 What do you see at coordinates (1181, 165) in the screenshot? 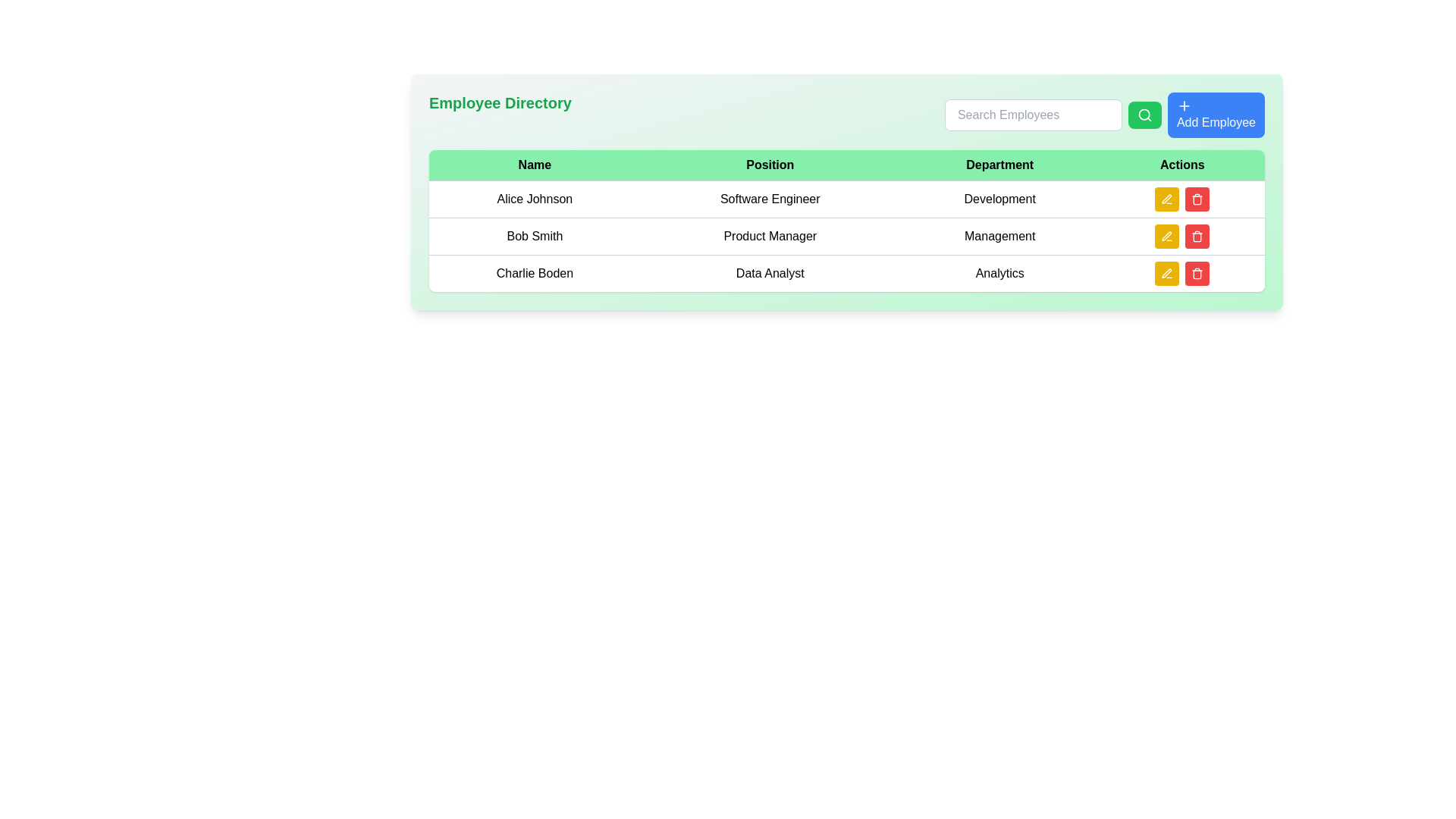
I see `the 'Actions' text label in the header row of the employee table, which is the rightmost cell with a light green background and bold black text` at bounding box center [1181, 165].